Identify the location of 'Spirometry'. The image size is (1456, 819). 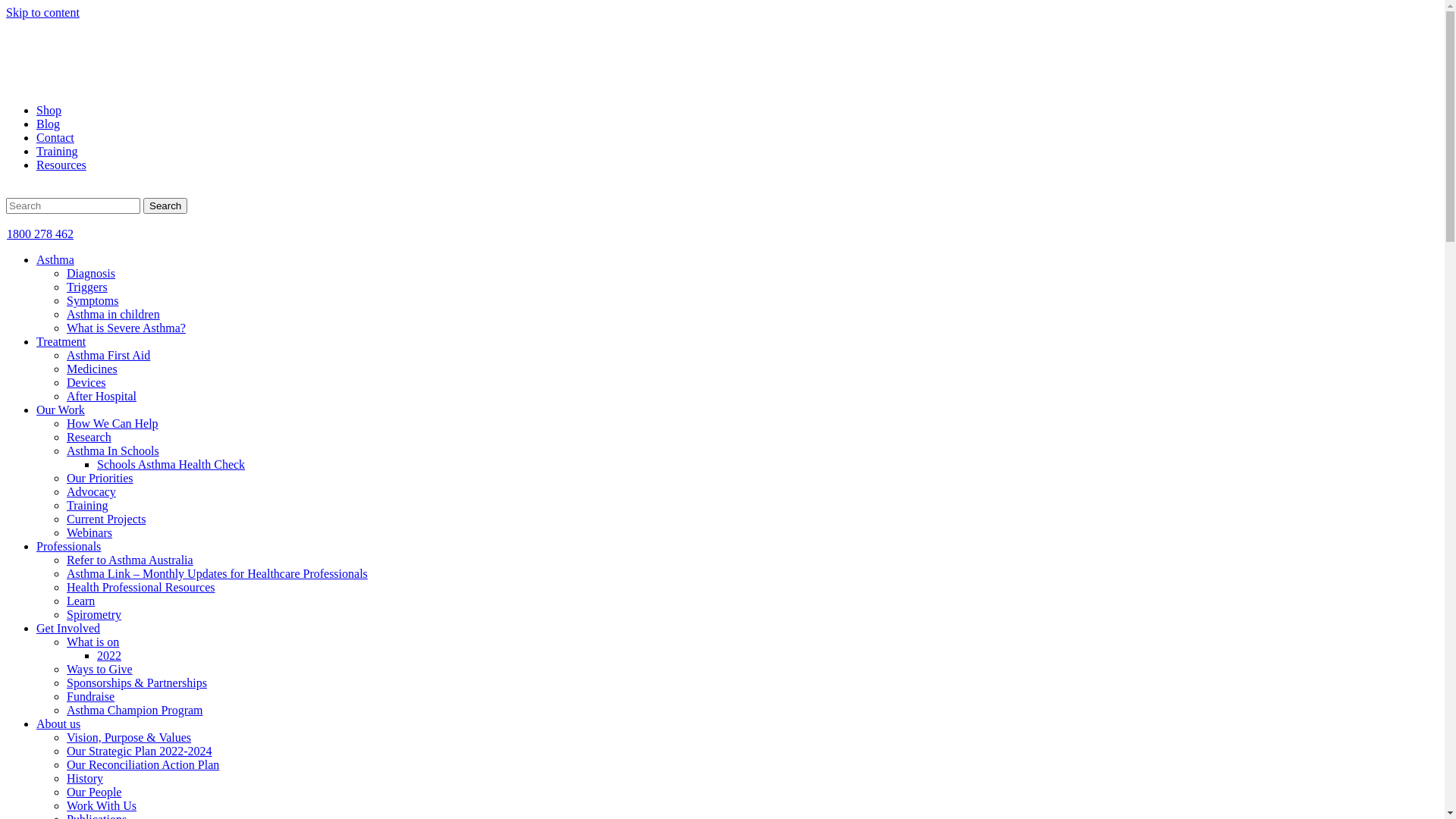
(65, 614).